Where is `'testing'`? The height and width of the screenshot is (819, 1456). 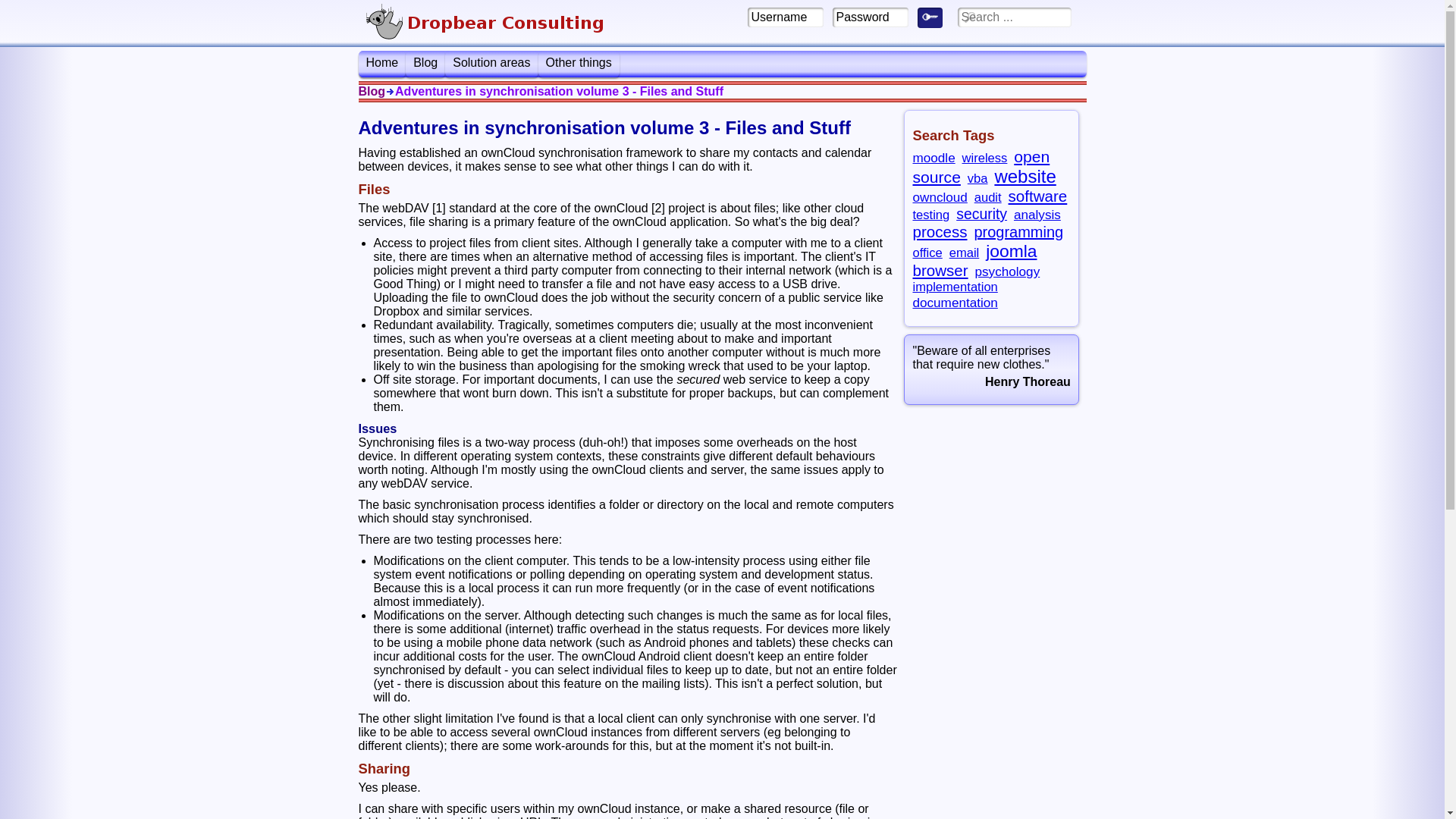 'testing' is located at coordinates (912, 215).